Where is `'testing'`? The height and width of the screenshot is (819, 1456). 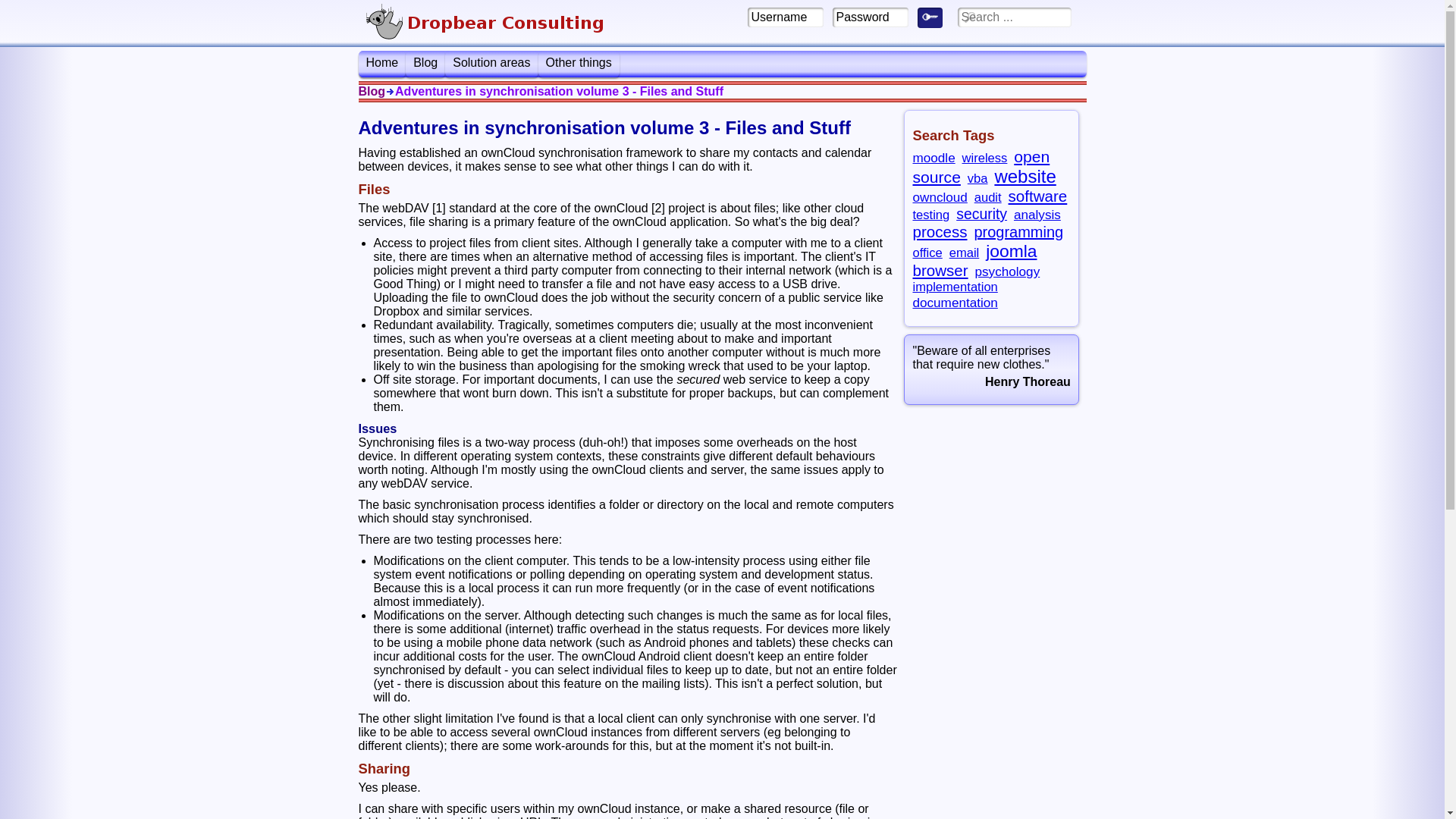 'testing' is located at coordinates (912, 215).